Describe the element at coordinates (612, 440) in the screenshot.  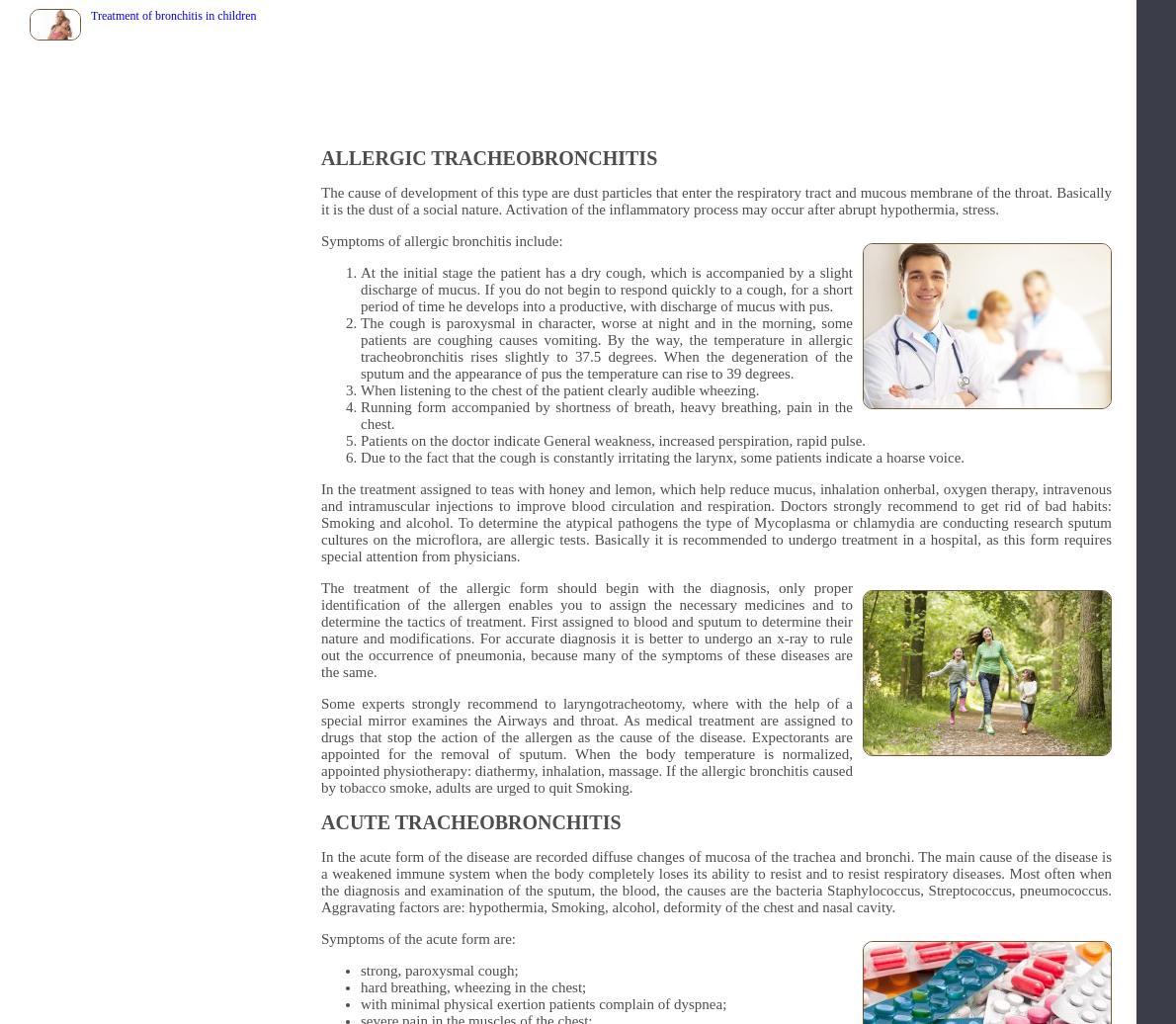
I see `'Patients on the doctor indicate General weakness, increased perspiration, rapid pulse.'` at that location.